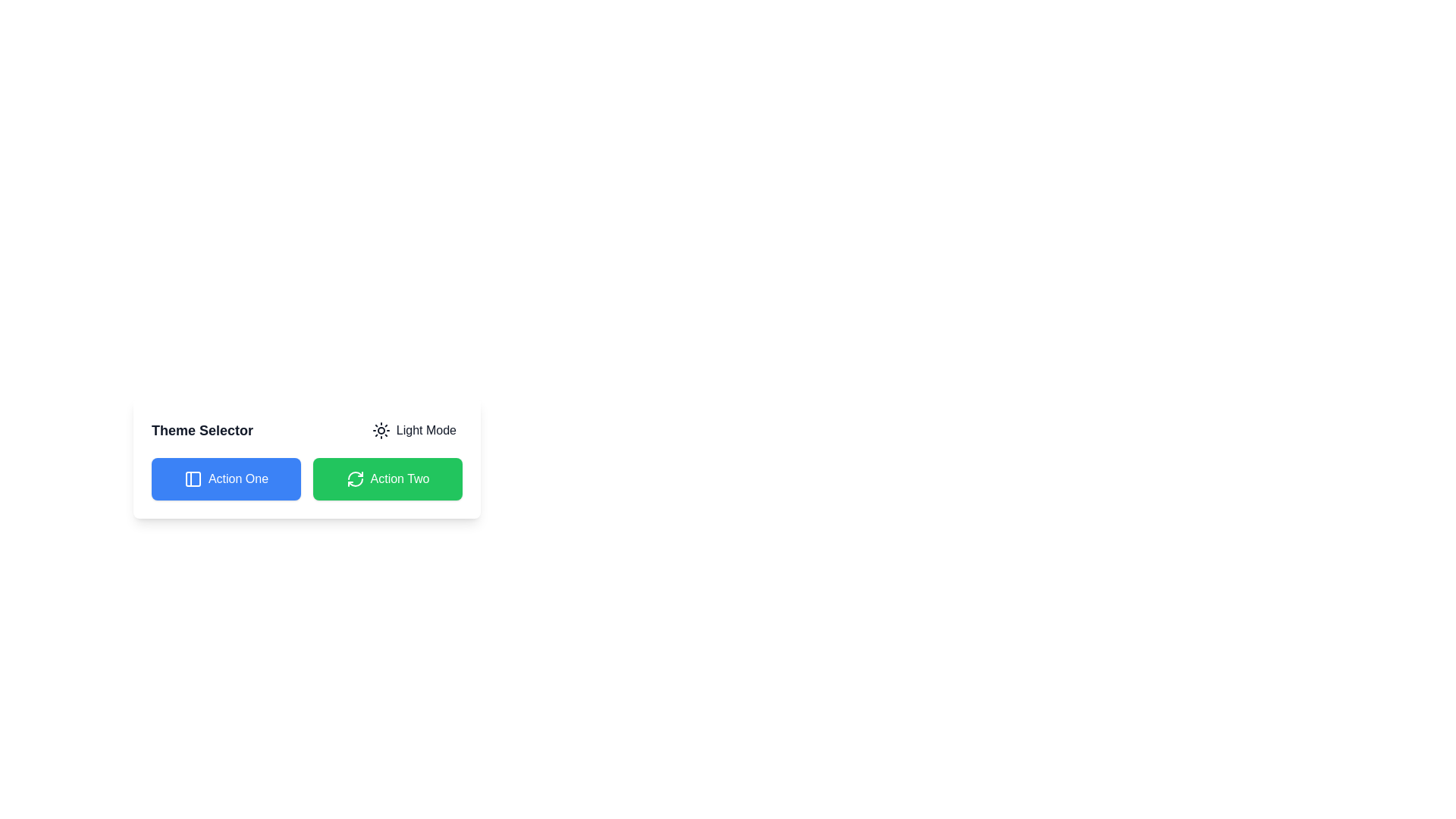 The width and height of the screenshot is (1456, 819). What do you see at coordinates (192, 479) in the screenshot?
I see `the 'Action One' button, which is located to the right of the icon representing its function, under the 'Theme Selector' section` at bounding box center [192, 479].